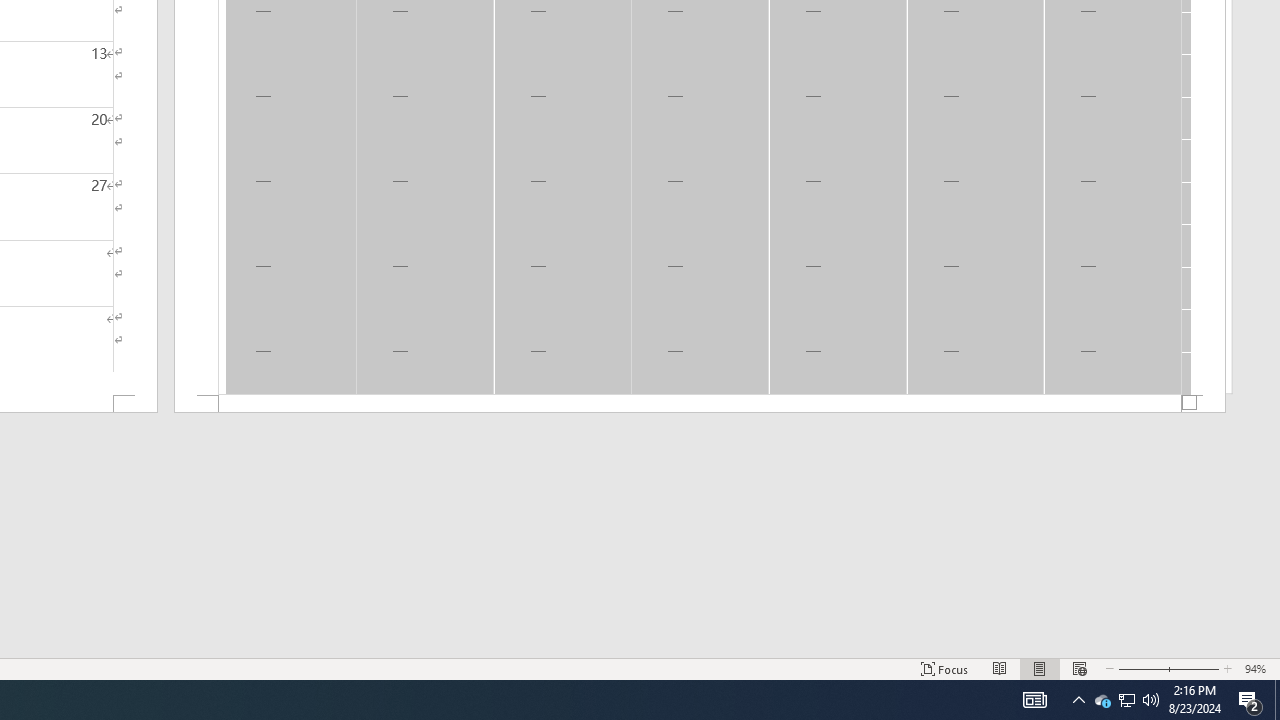 This screenshot has height=720, width=1280. I want to click on 'Read Mode', so click(1000, 669).